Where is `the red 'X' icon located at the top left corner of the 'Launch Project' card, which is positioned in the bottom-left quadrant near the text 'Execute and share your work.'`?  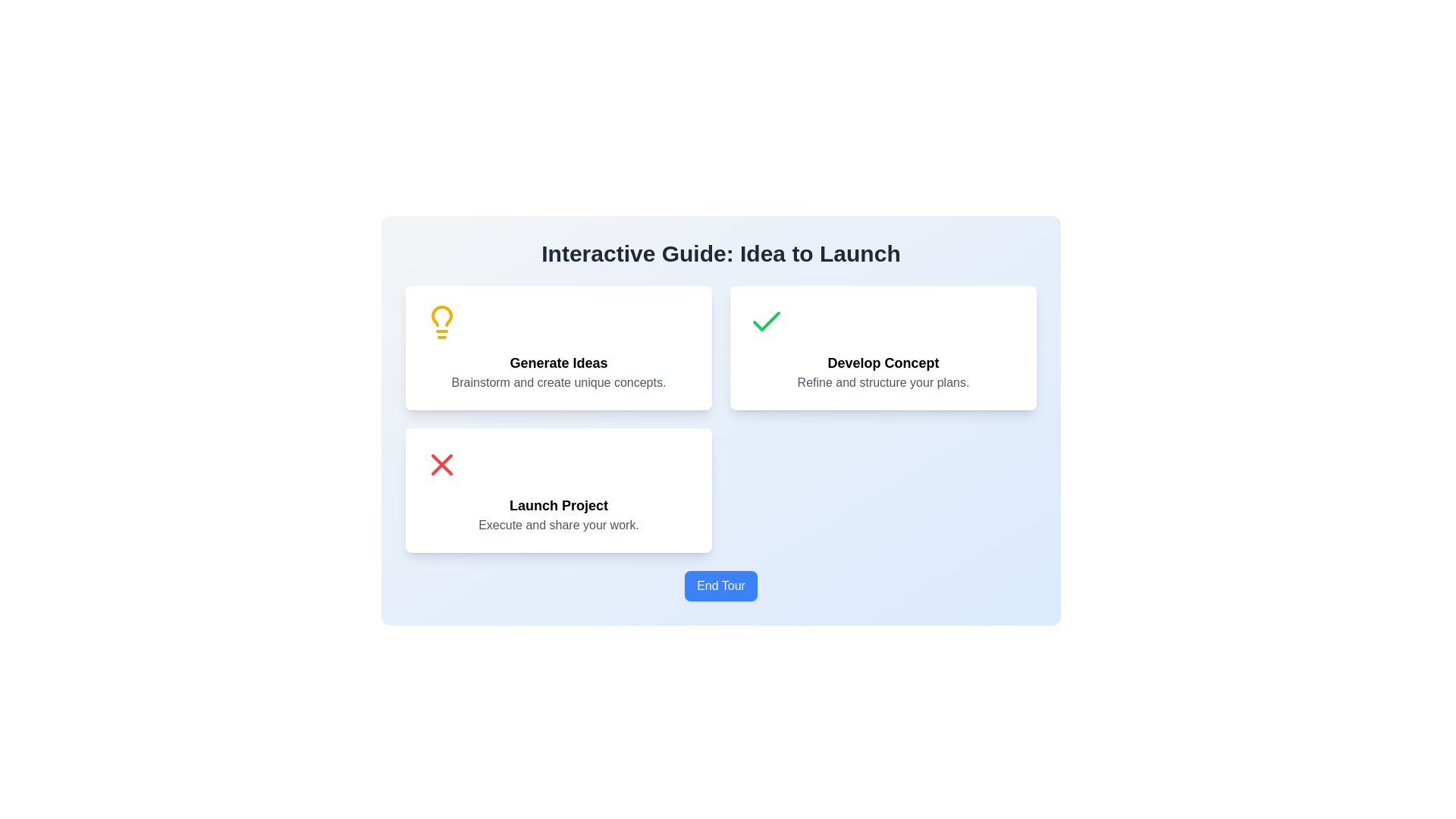
the red 'X' icon located at the top left corner of the 'Launch Project' card, which is positioned in the bottom-left quadrant near the text 'Execute and share your work.' is located at coordinates (441, 464).